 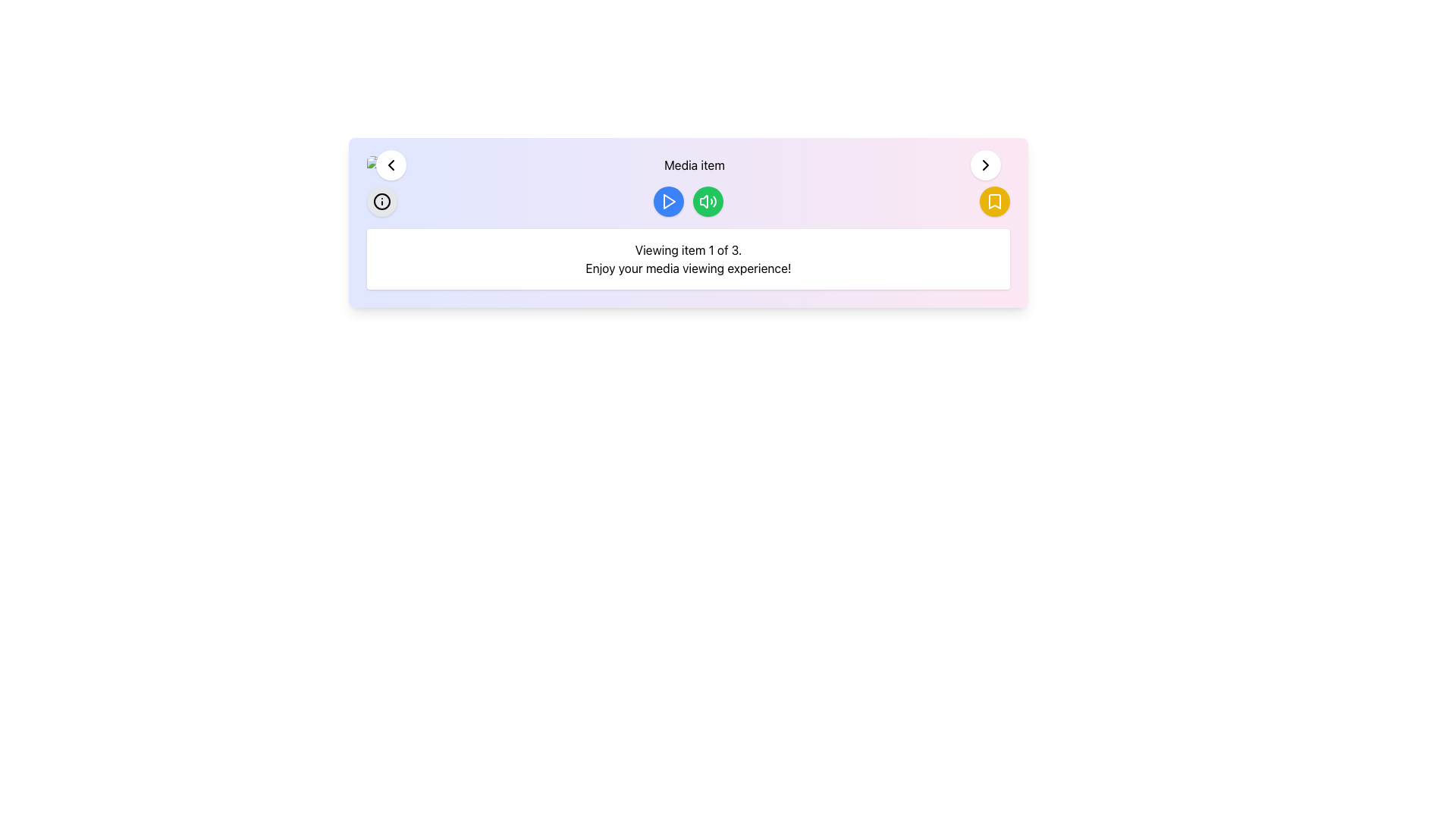 I want to click on the speaker button in the media control section to adjust audio settings, so click(x=687, y=201).